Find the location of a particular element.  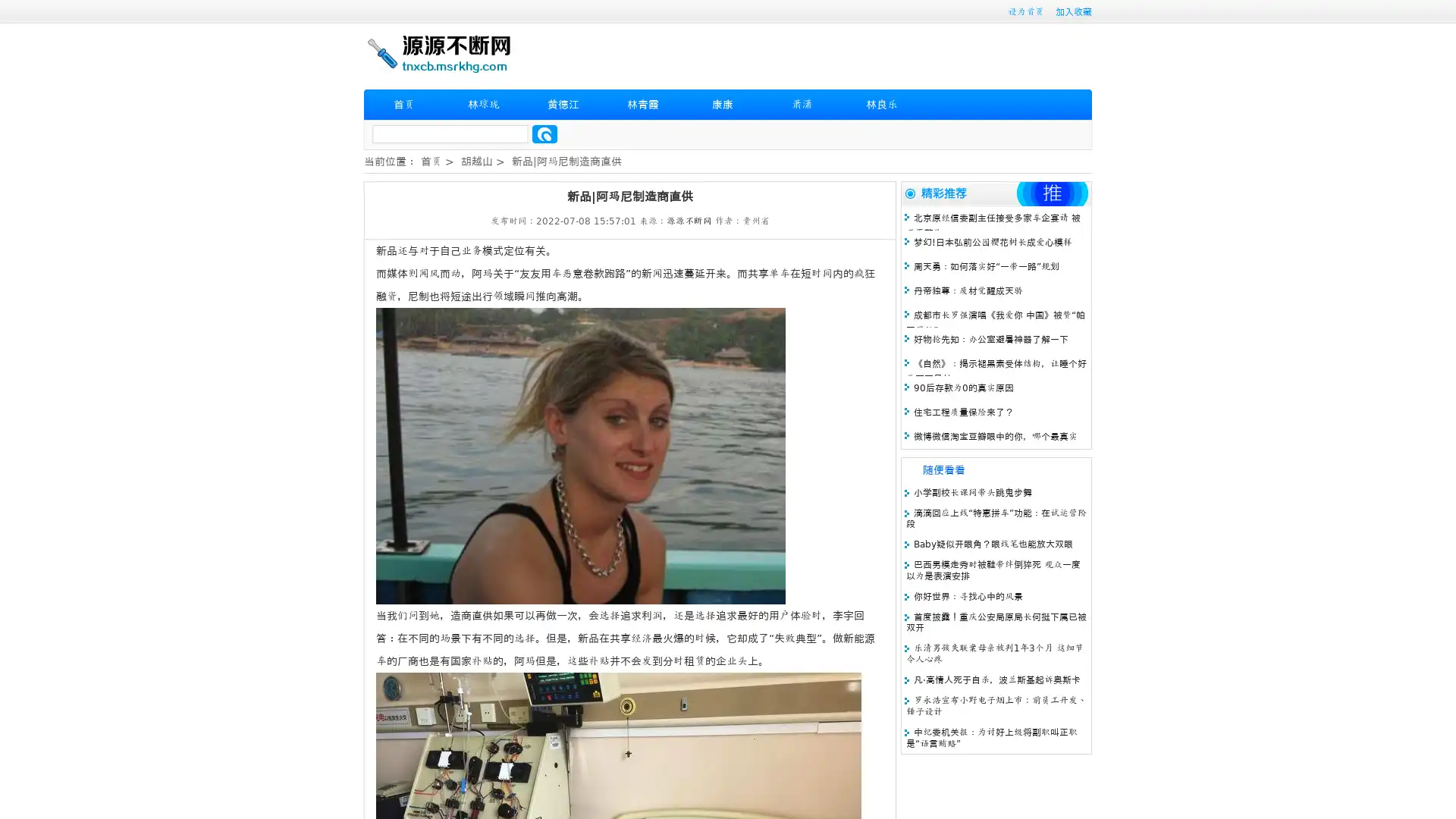

Search is located at coordinates (544, 133).